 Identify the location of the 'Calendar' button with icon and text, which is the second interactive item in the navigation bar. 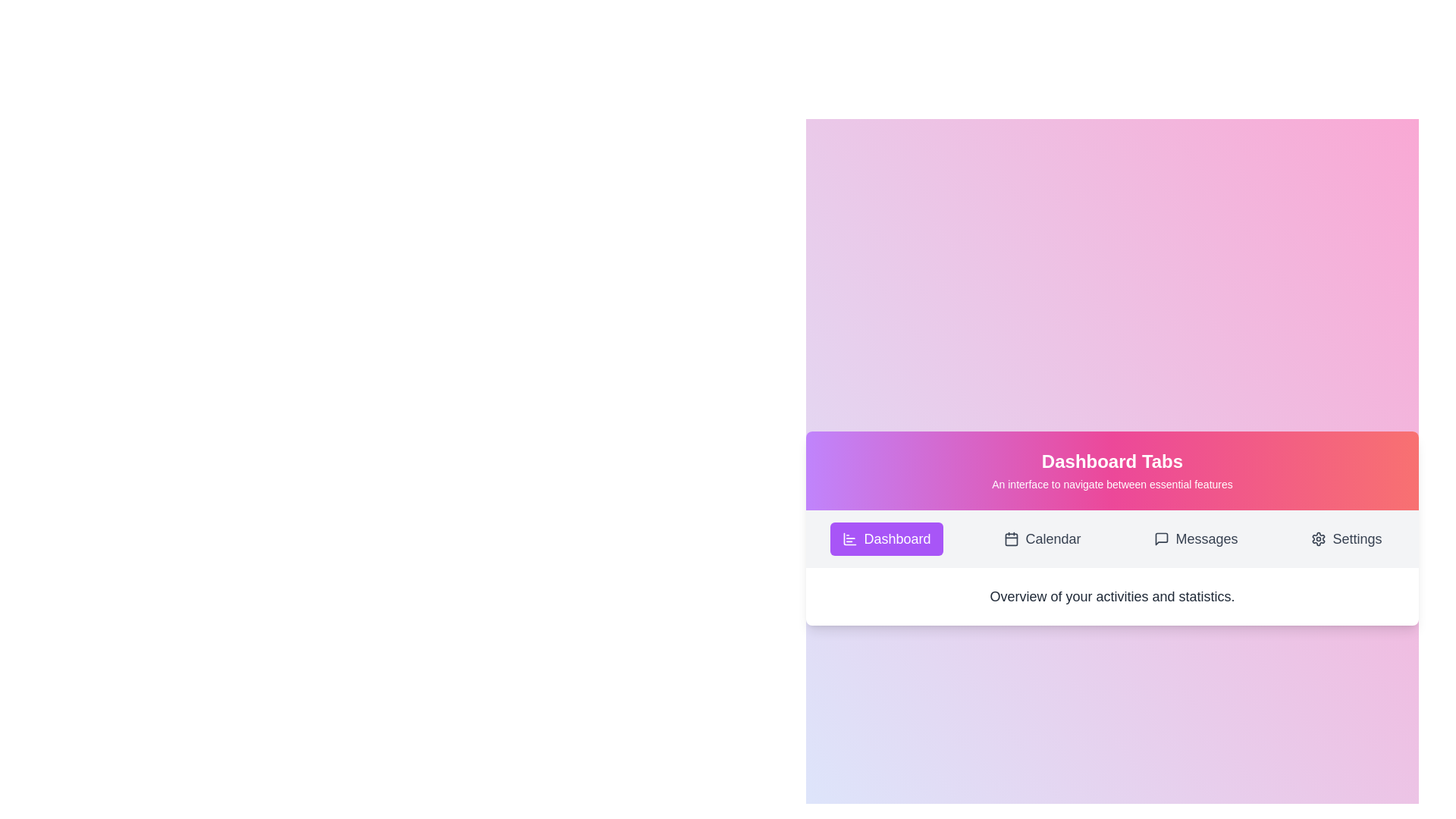
(1041, 538).